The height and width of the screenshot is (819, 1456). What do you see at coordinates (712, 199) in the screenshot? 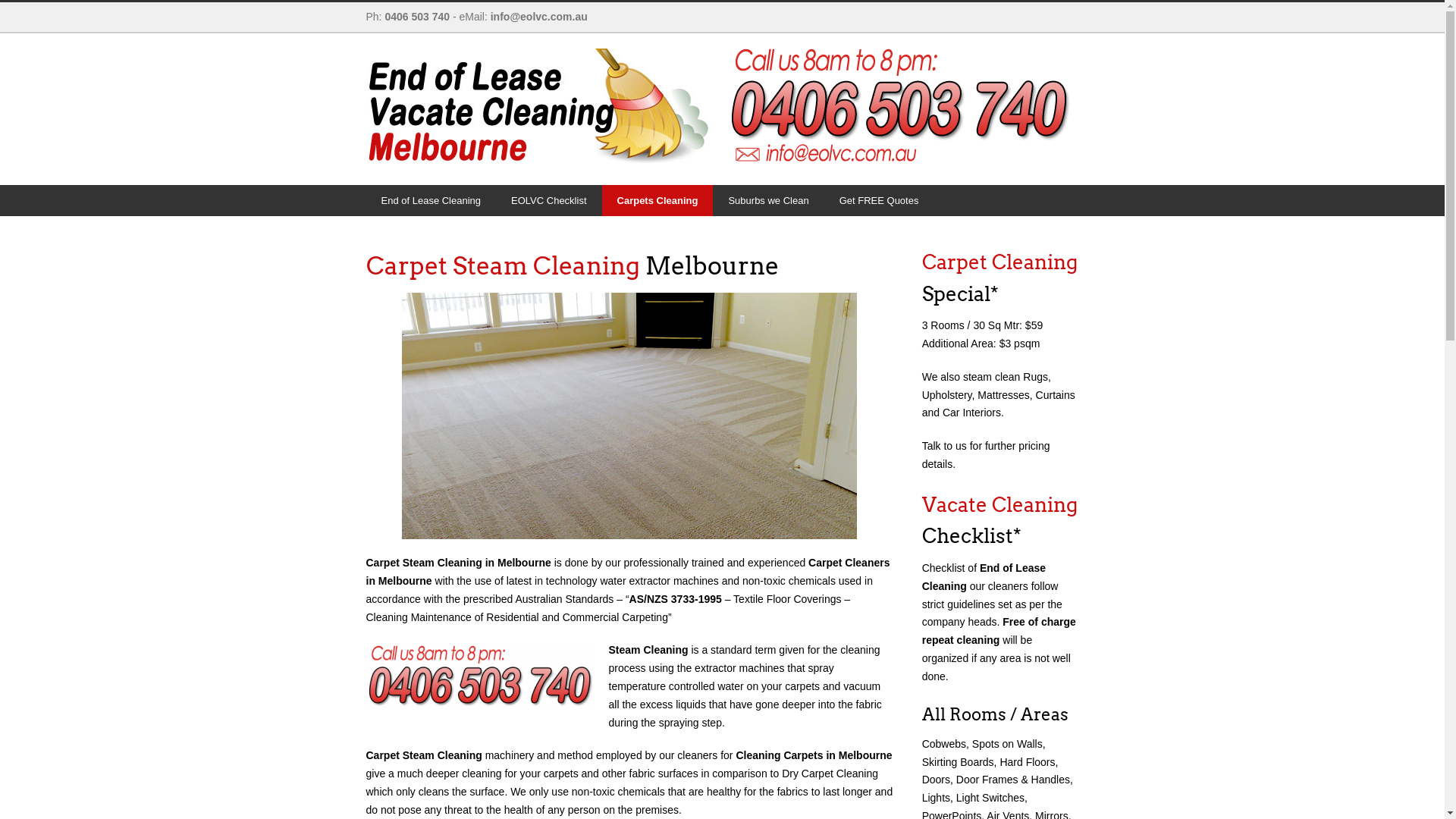
I see `'Suburbs we Clean'` at bounding box center [712, 199].